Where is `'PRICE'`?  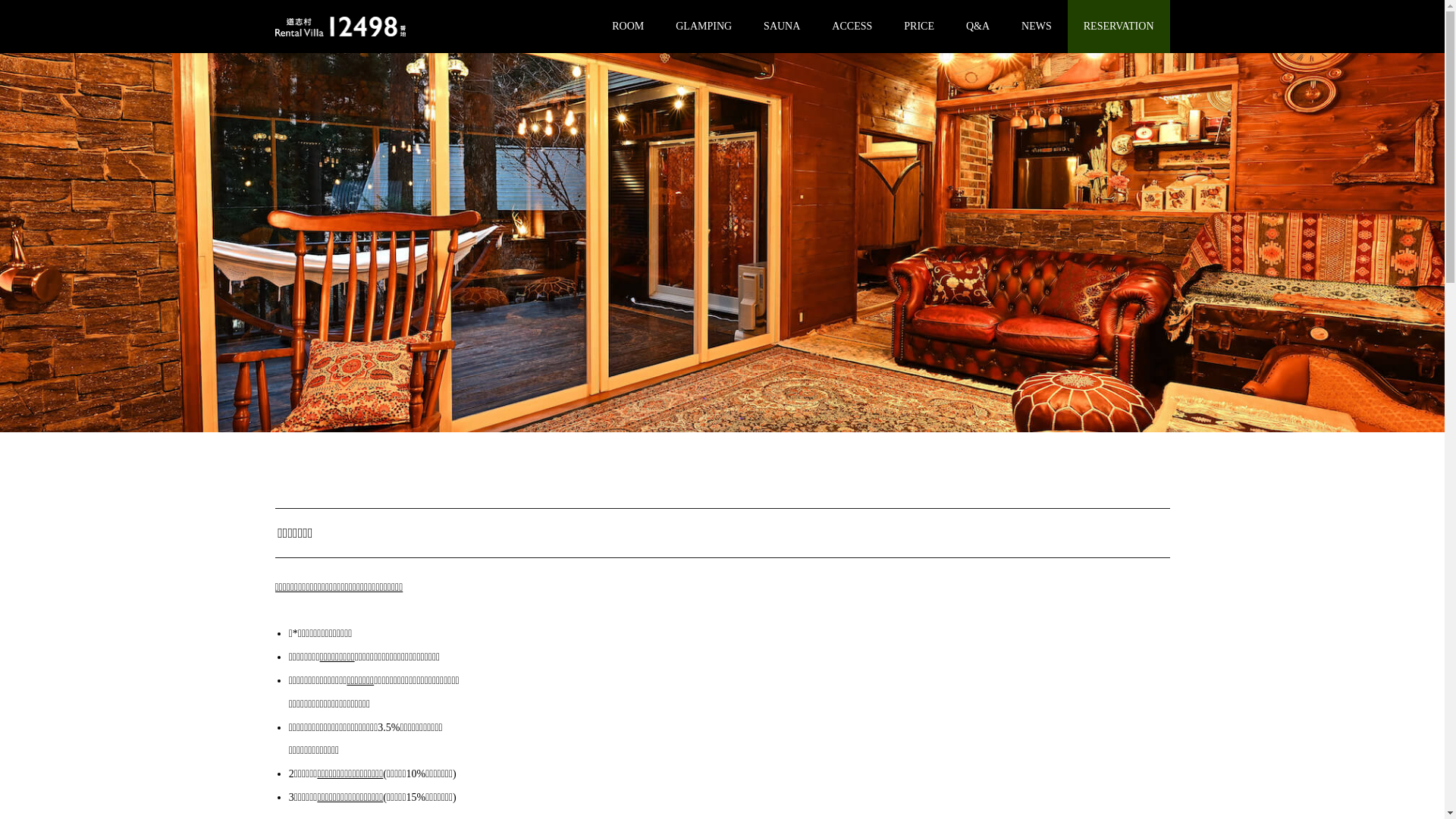
'PRICE' is located at coordinates (918, 26).